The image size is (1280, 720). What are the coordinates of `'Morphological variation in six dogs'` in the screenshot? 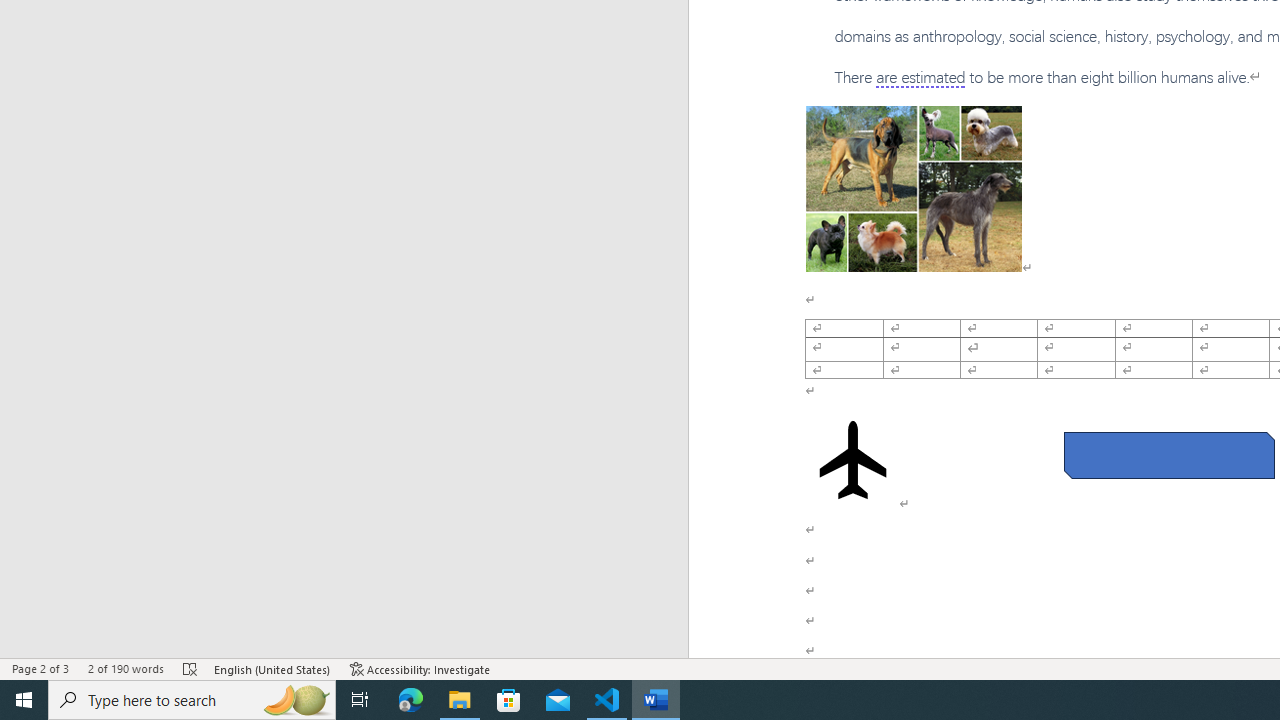 It's located at (912, 189).